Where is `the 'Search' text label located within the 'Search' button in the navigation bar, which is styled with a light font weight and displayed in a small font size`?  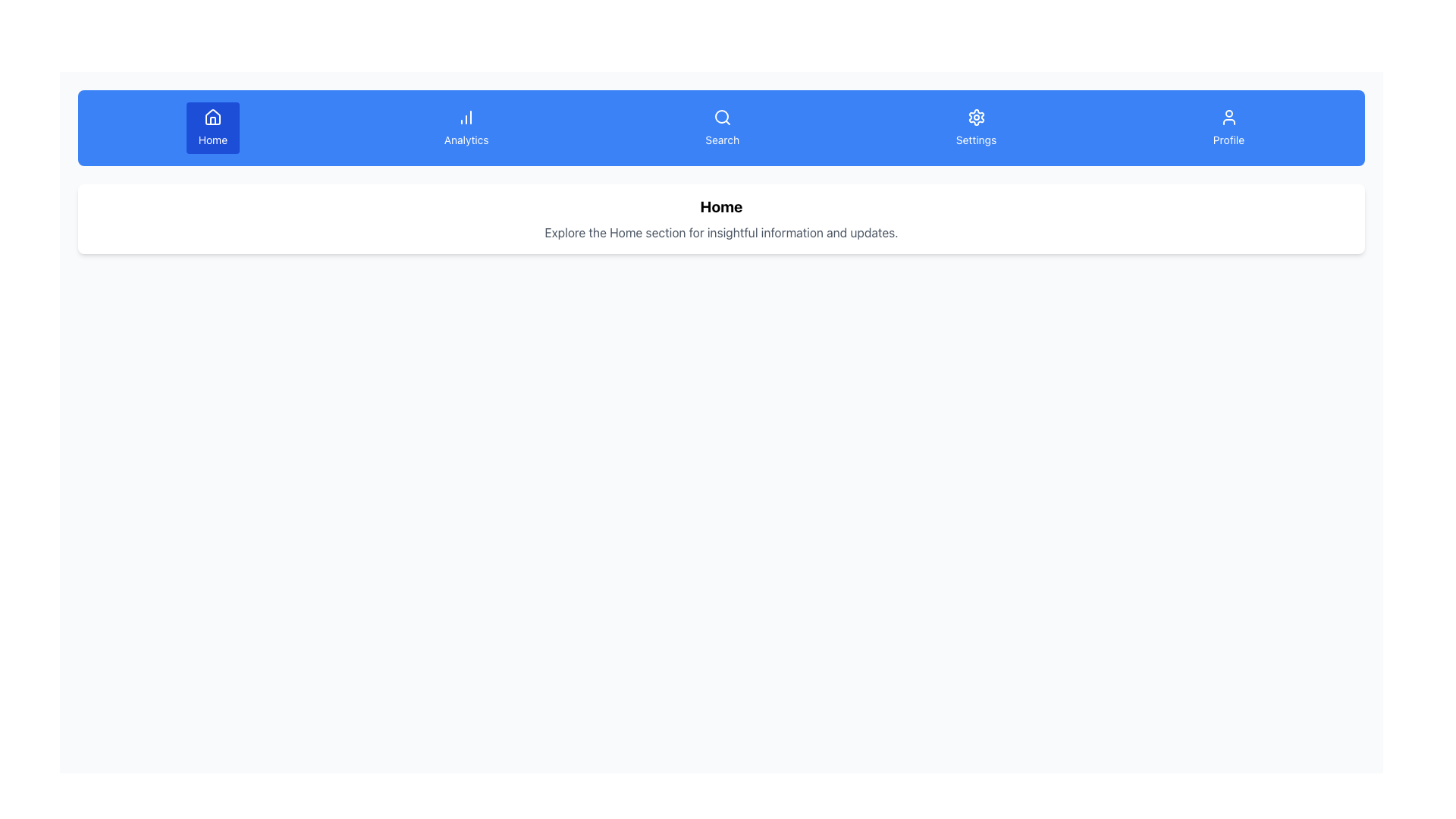
the 'Search' text label located within the 'Search' button in the navigation bar, which is styled with a light font weight and displayed in a small font size is located at coordinates (721, 140).